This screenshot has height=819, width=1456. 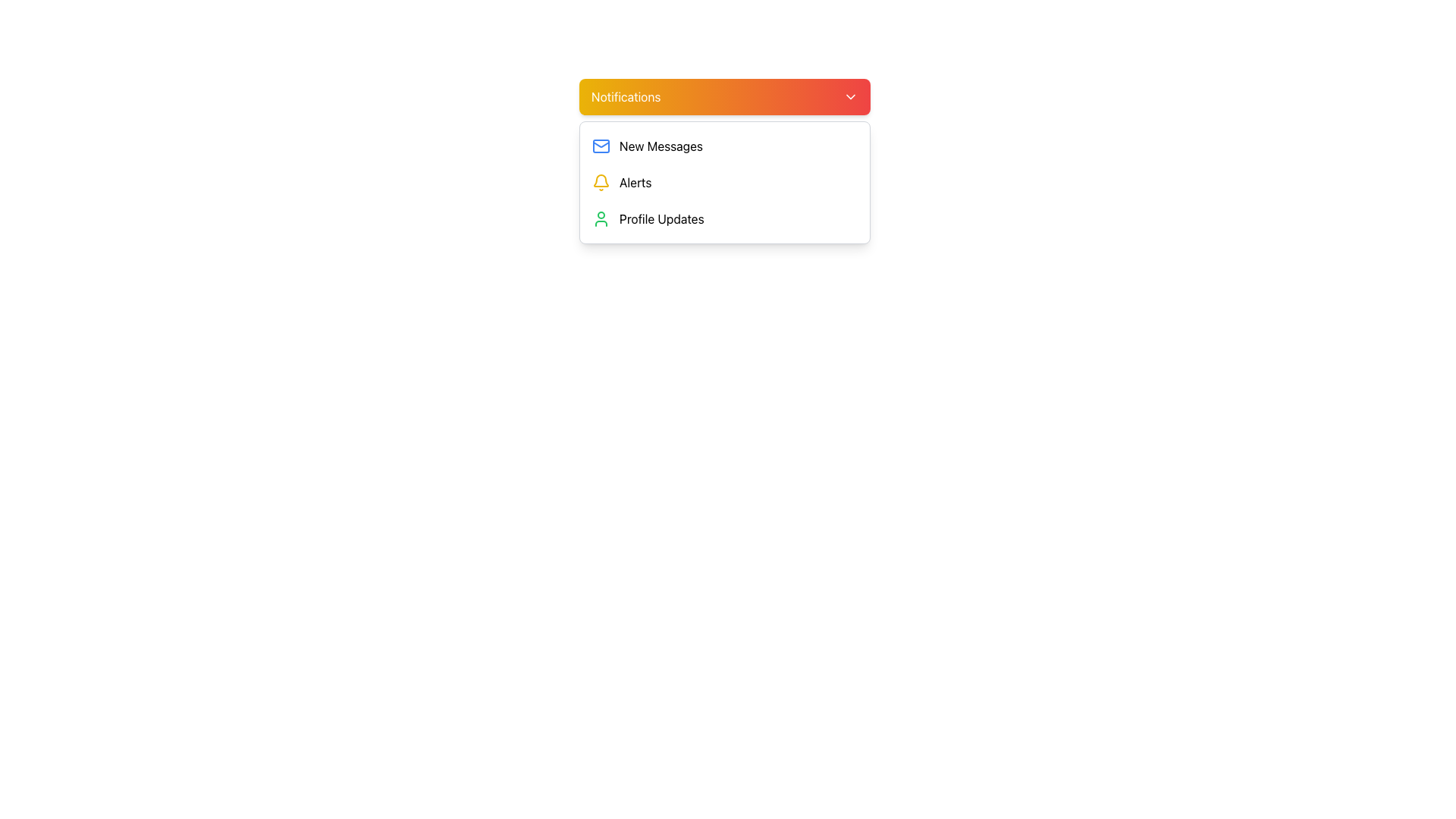 What do you see at coordinates (600, 181) in the screenshot?
I see `the yellow bell icon indicating notifications, located to the left of the 'Alerts' text in the dropdown menu under 'Notifications'` at bounding box center [600, 181].